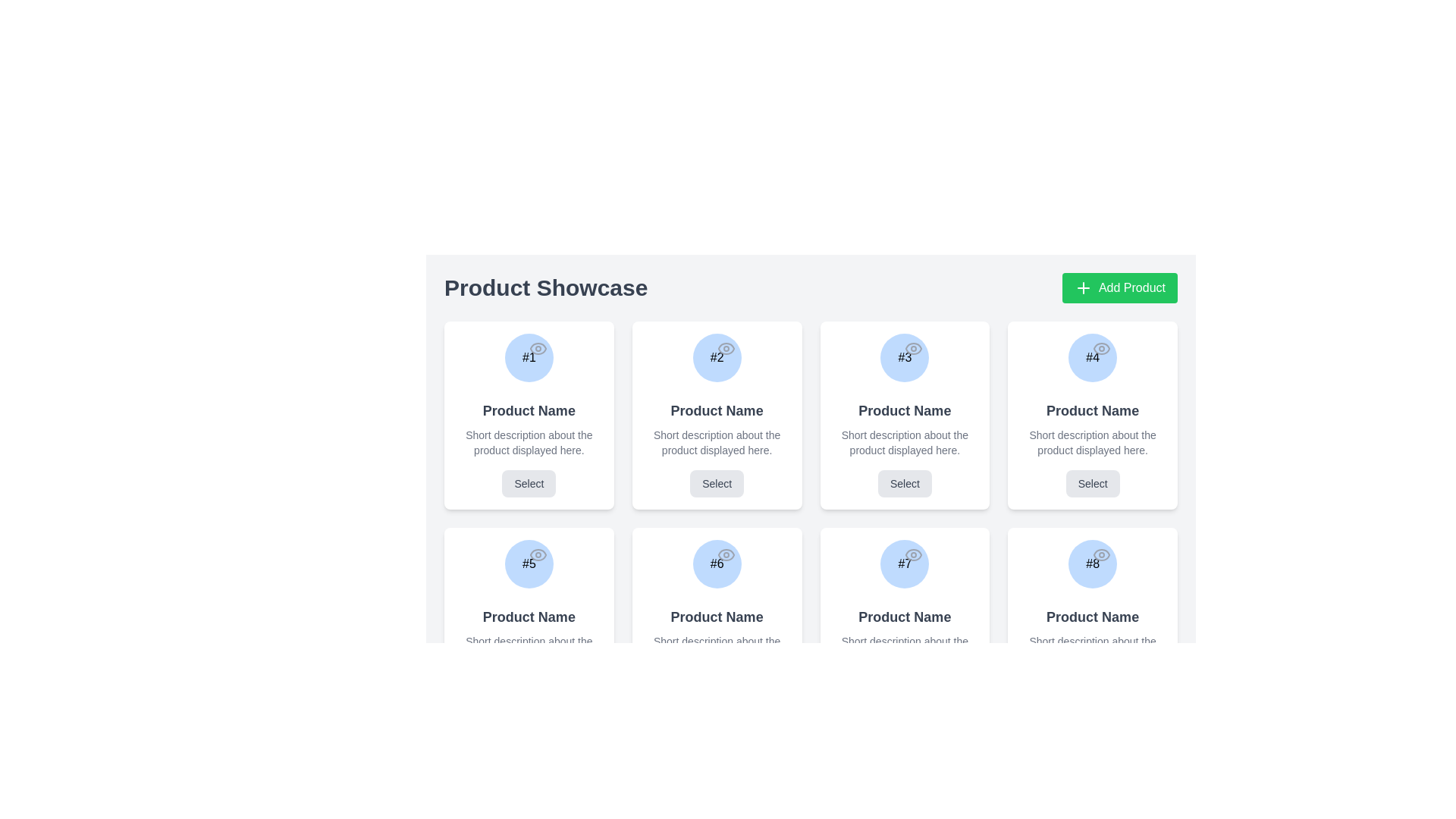 The height and width of the screenshot is (819, 1456). What do you see at coordinates (538, 348) in the screenshot?
I see `the small, eye-shaped SVG icon with a gray stroke located in the top-right corner of the circular area labeled '#1' within the first product card in the grid of products` at bounding box center [538, 348].